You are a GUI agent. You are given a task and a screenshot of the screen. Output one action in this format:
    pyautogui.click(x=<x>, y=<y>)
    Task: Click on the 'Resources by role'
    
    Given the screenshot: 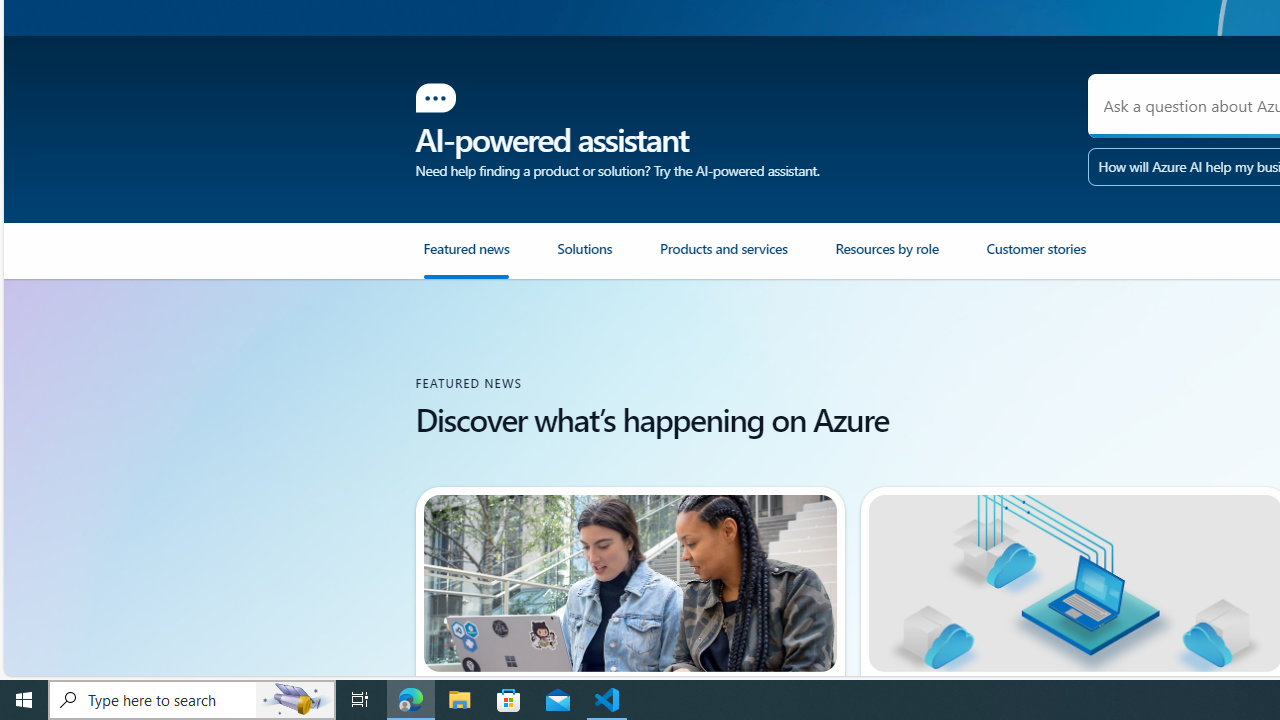 What is the action you would take?
    pyautogui.click(x=886, y=256)
    